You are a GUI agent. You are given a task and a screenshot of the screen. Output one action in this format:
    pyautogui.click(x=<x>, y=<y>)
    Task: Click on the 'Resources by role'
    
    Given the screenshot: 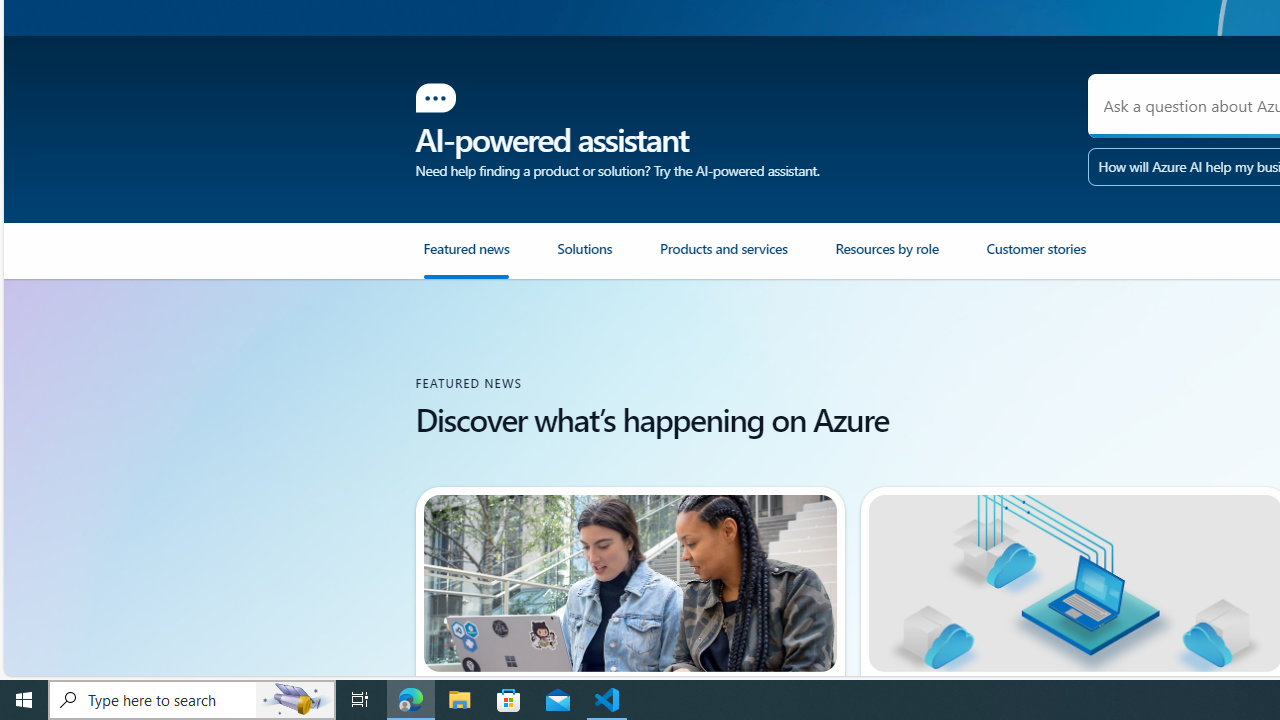 What is the action you would take?
    pyautogui.click(x=886, y=256)
    